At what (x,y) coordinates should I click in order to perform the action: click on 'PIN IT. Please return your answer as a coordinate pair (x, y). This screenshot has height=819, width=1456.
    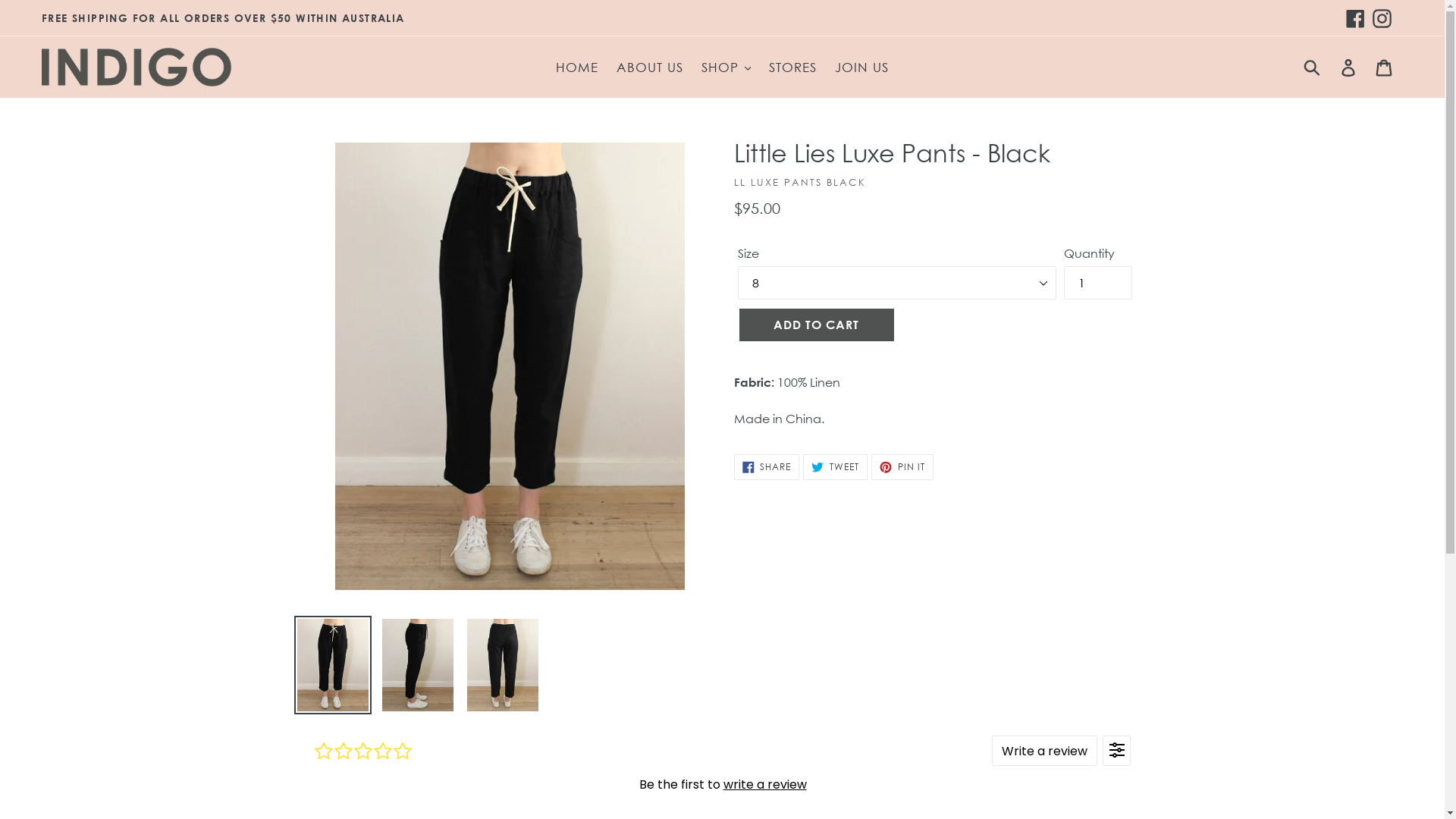
    Looking at the image, I should click on (902, 466).